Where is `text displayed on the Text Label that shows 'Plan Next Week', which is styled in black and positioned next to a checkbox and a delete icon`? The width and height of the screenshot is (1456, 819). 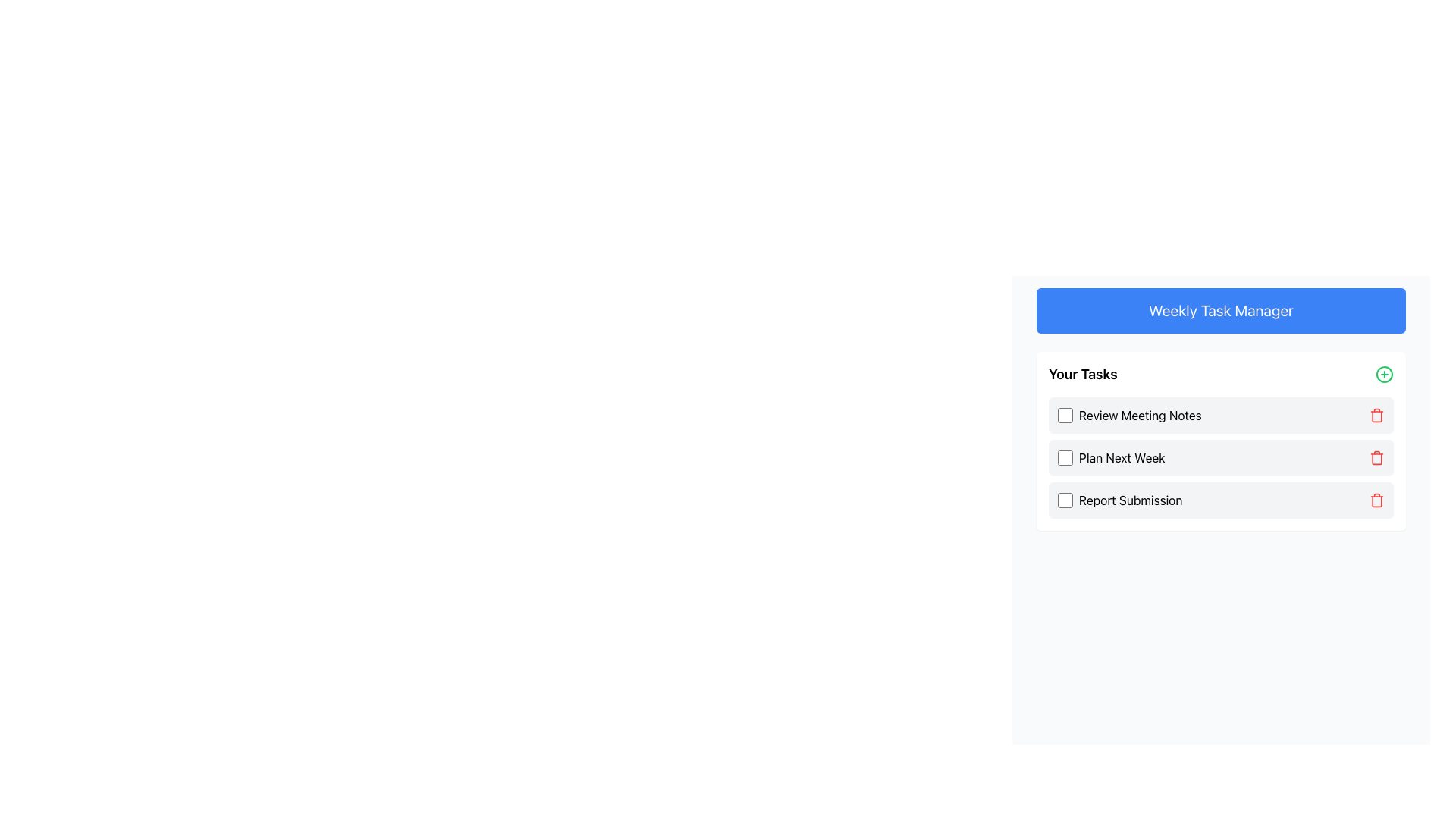
text displayed on the Text Label that shows 'Plan Next Week', which is styled in black and positioned next to a checkbox and a delete icon is located at coordinates (1122, 457).